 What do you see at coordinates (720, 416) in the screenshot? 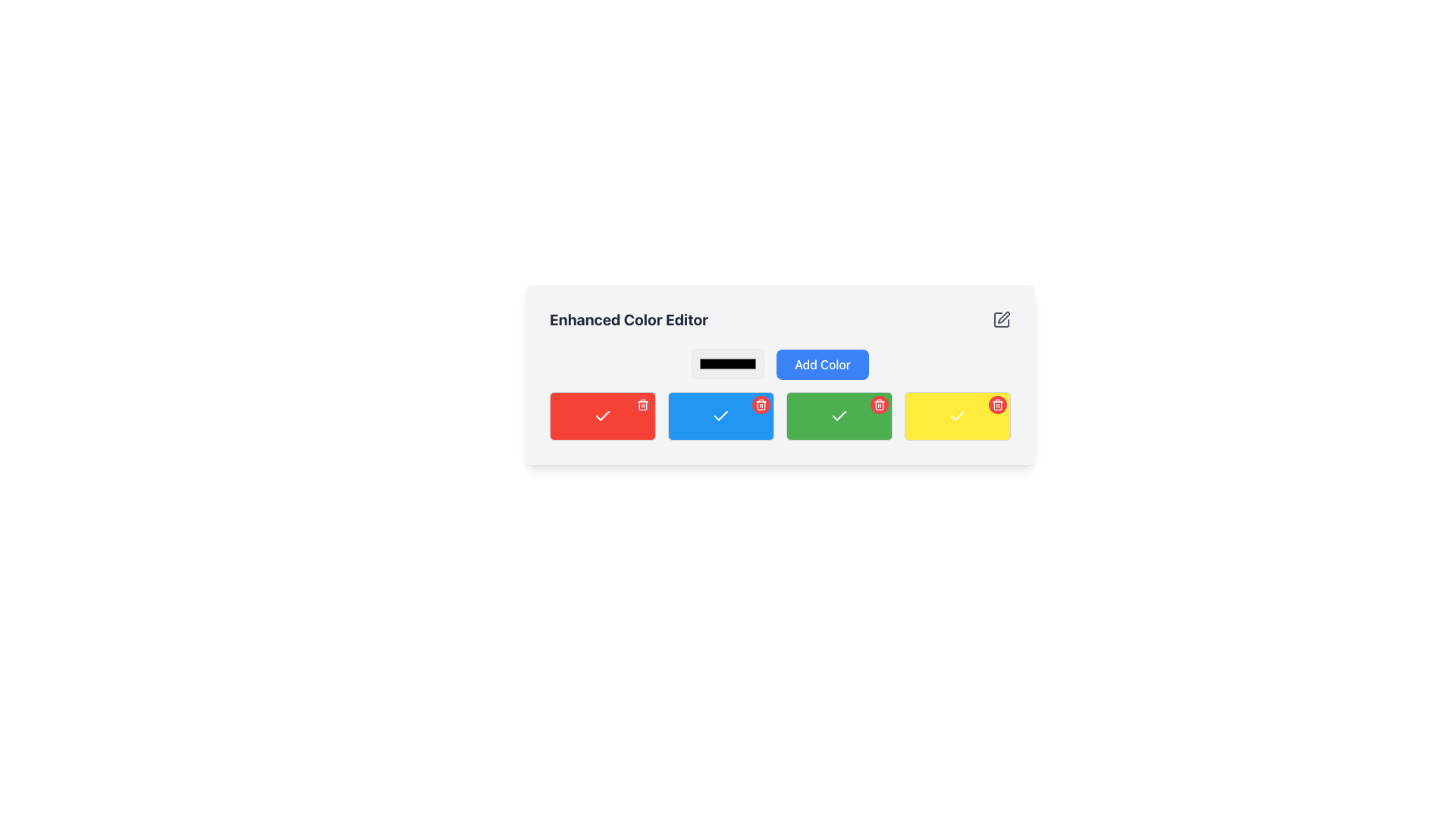
I see `the white checkmark icon centered within a blue square background, located in the second position of a row of four buttons in the color editor panel` at bounding box center [720, 416].